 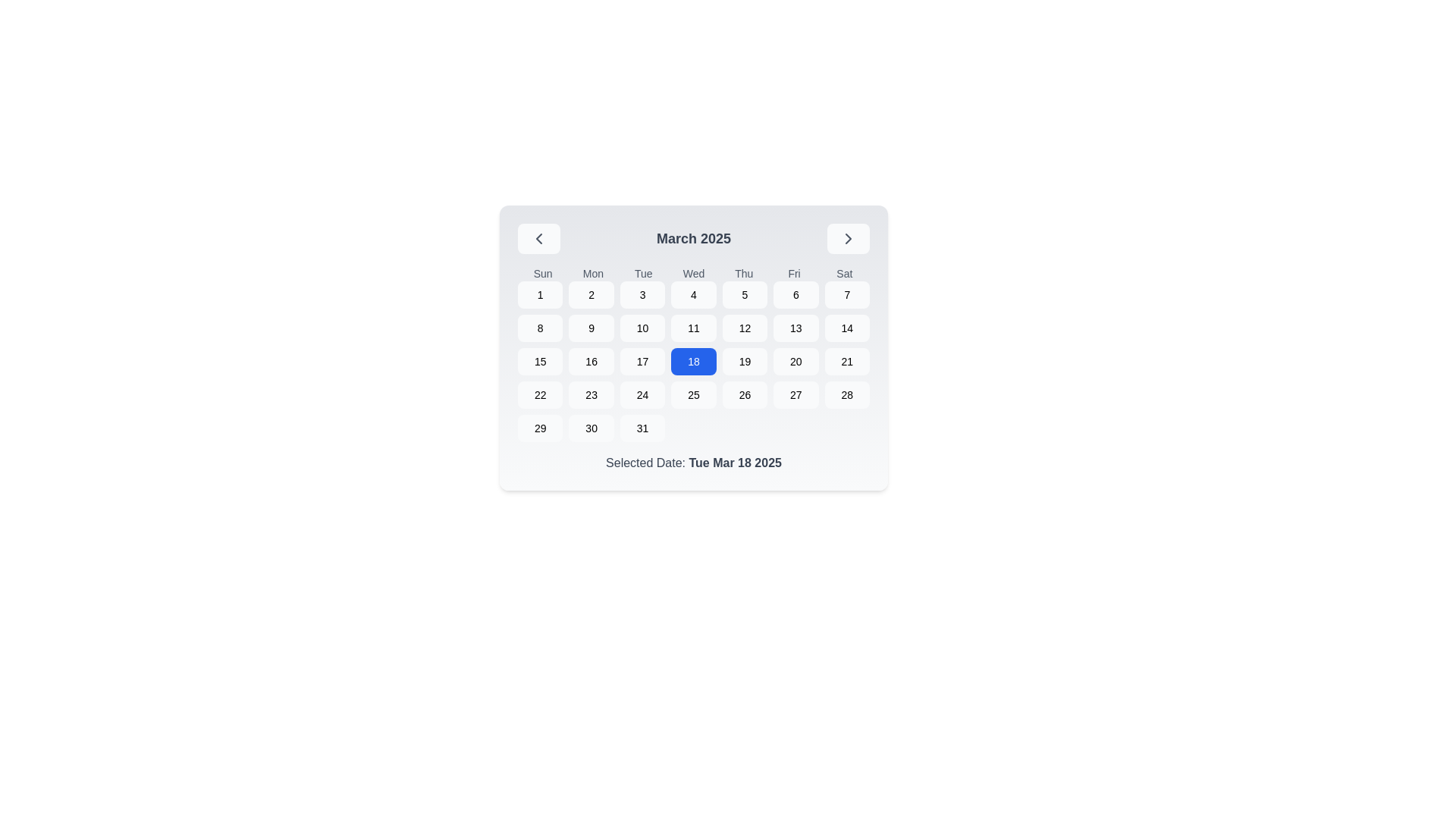 What do you see at coordinates (846, 394) in the screenshot?
I see `the interactive button displaying the text '28' in black, located in the last column of the fifth row of the grid` at bounding box center [846, 394].